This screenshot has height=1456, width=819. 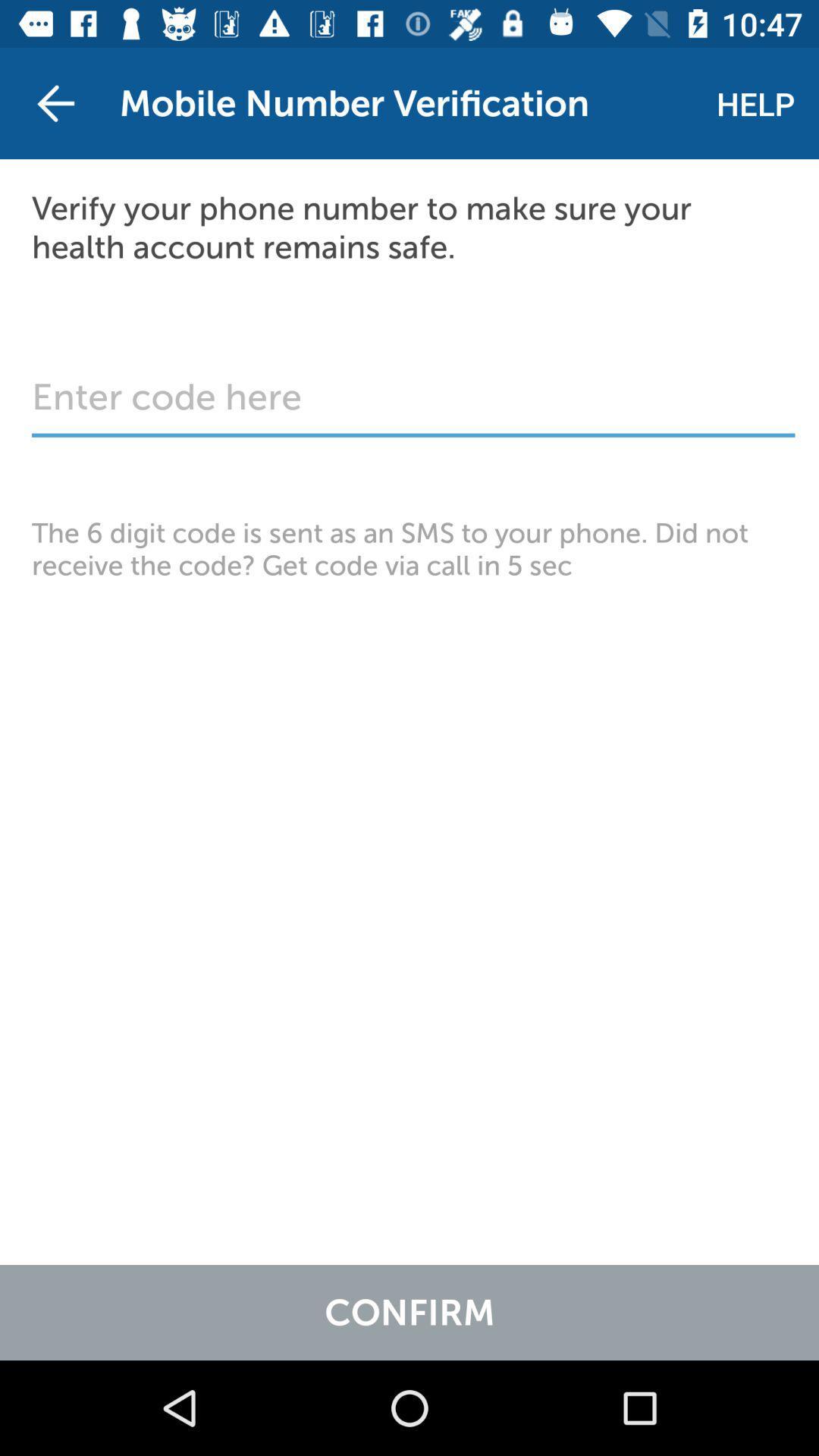 What do you see at coordinates (55, 102) in the screenshot?
I see `item at the top left corner` at bounding box center [55, 102].